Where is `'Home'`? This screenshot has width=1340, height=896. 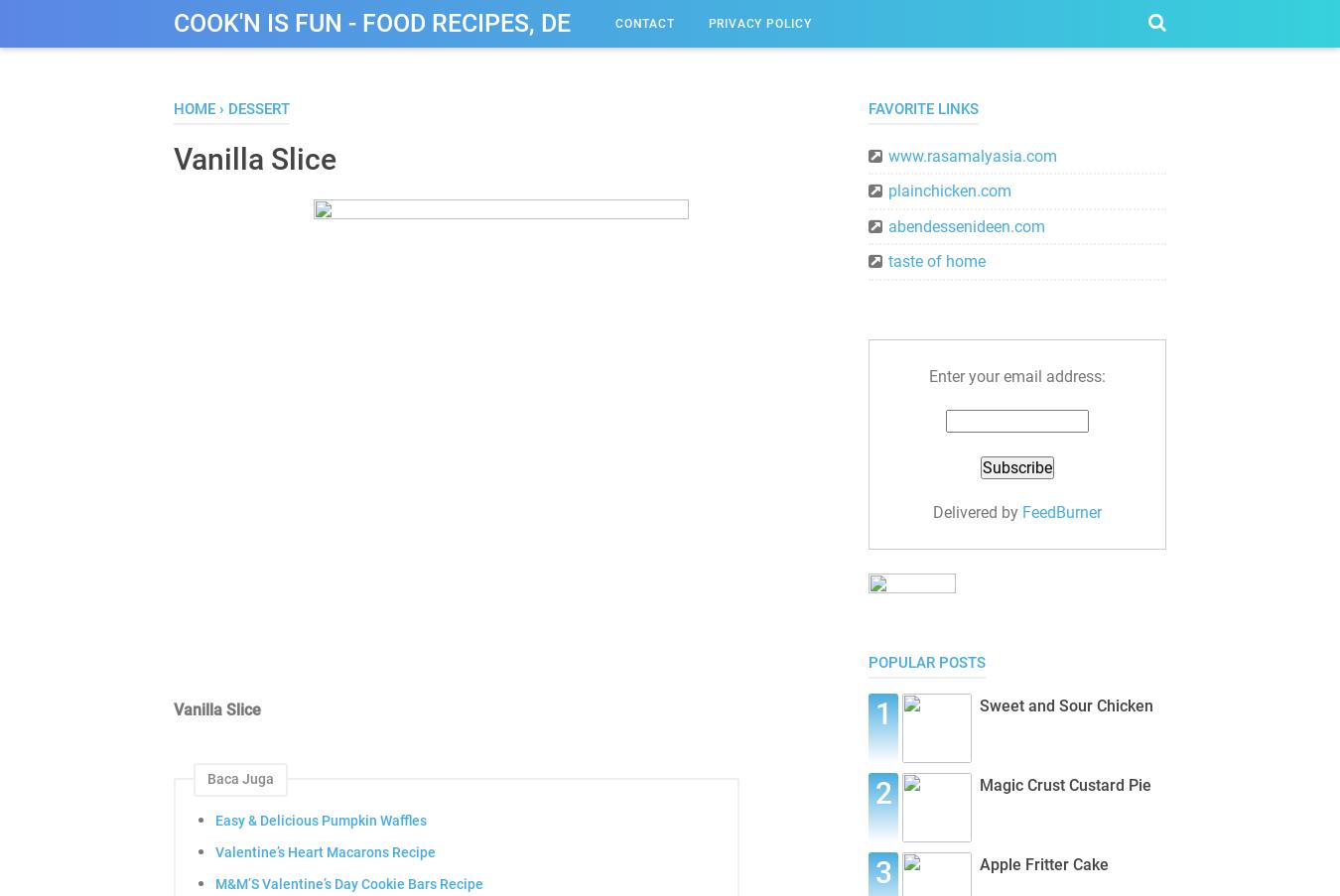 'Home' is located at coordinates (195, 108).